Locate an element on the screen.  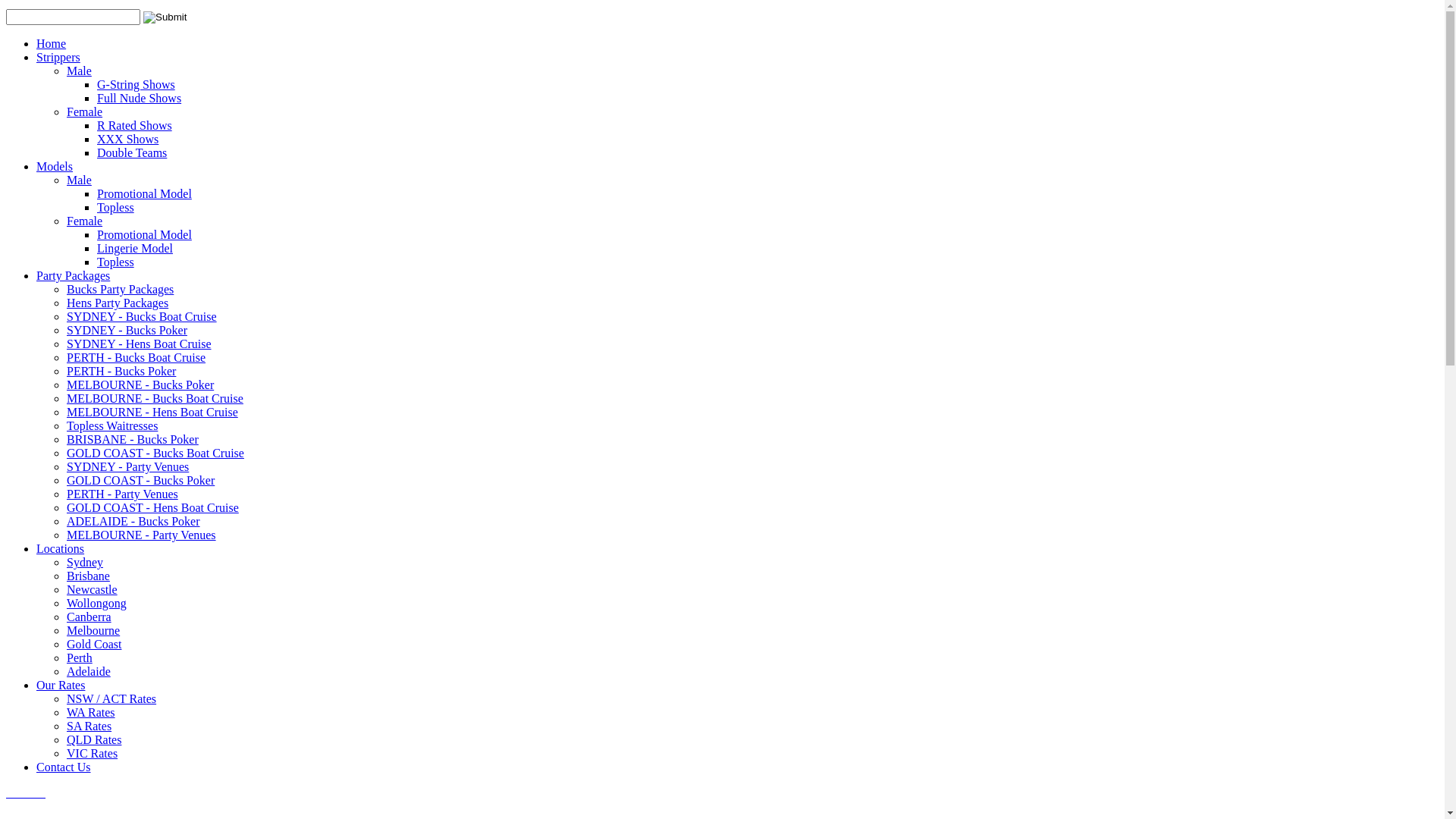
'Canberra' is located at coordinates (88, 617).